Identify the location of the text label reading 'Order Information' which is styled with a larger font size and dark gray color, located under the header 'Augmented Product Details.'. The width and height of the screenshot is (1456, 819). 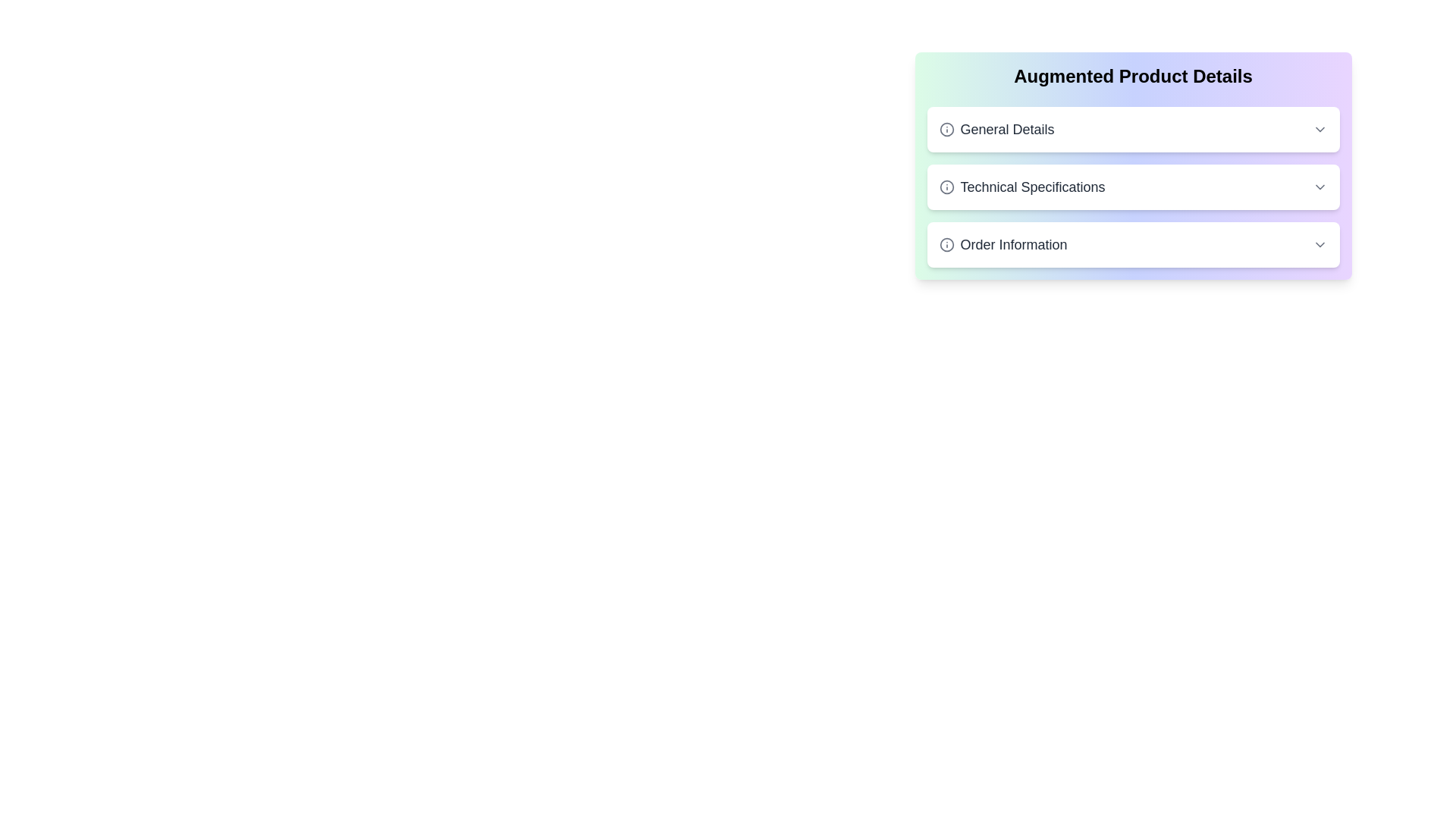
(1003, 244).